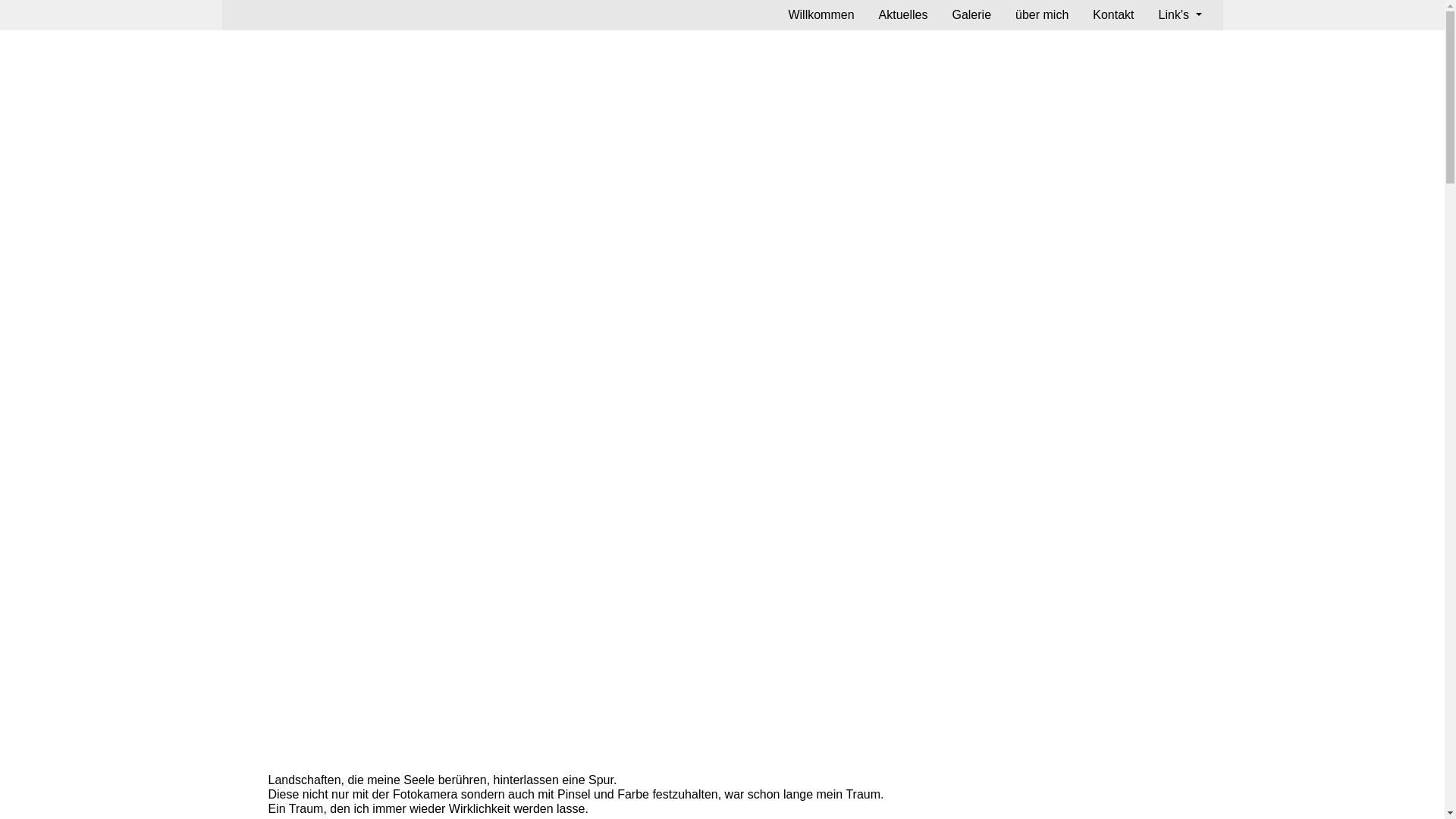 Image resolution: width=1456 pixels, height=819 pixels. I want to click on 'Galerie', so click(971, 14).